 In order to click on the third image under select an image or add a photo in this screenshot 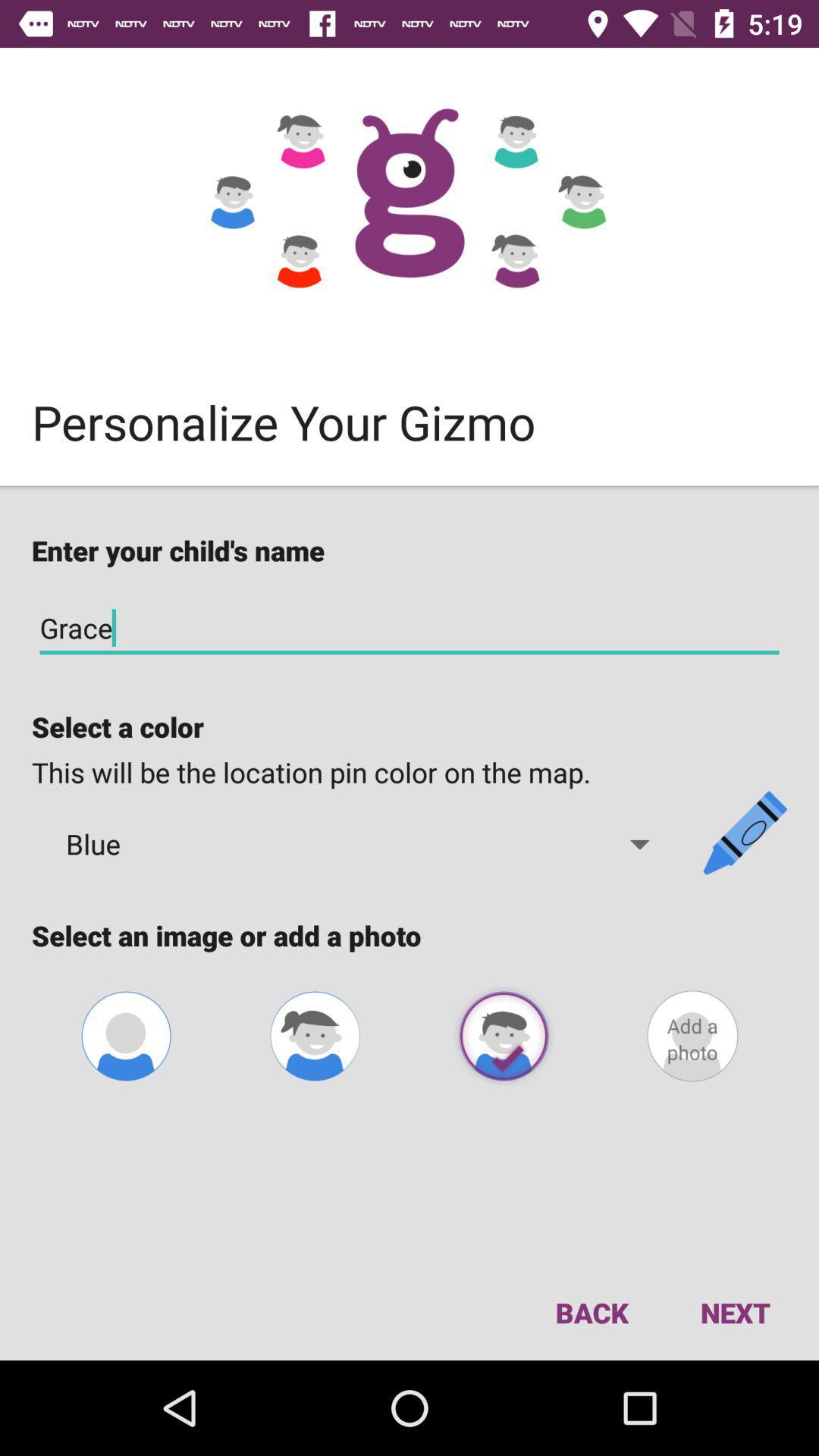, I will do `click(504, 1035)`.